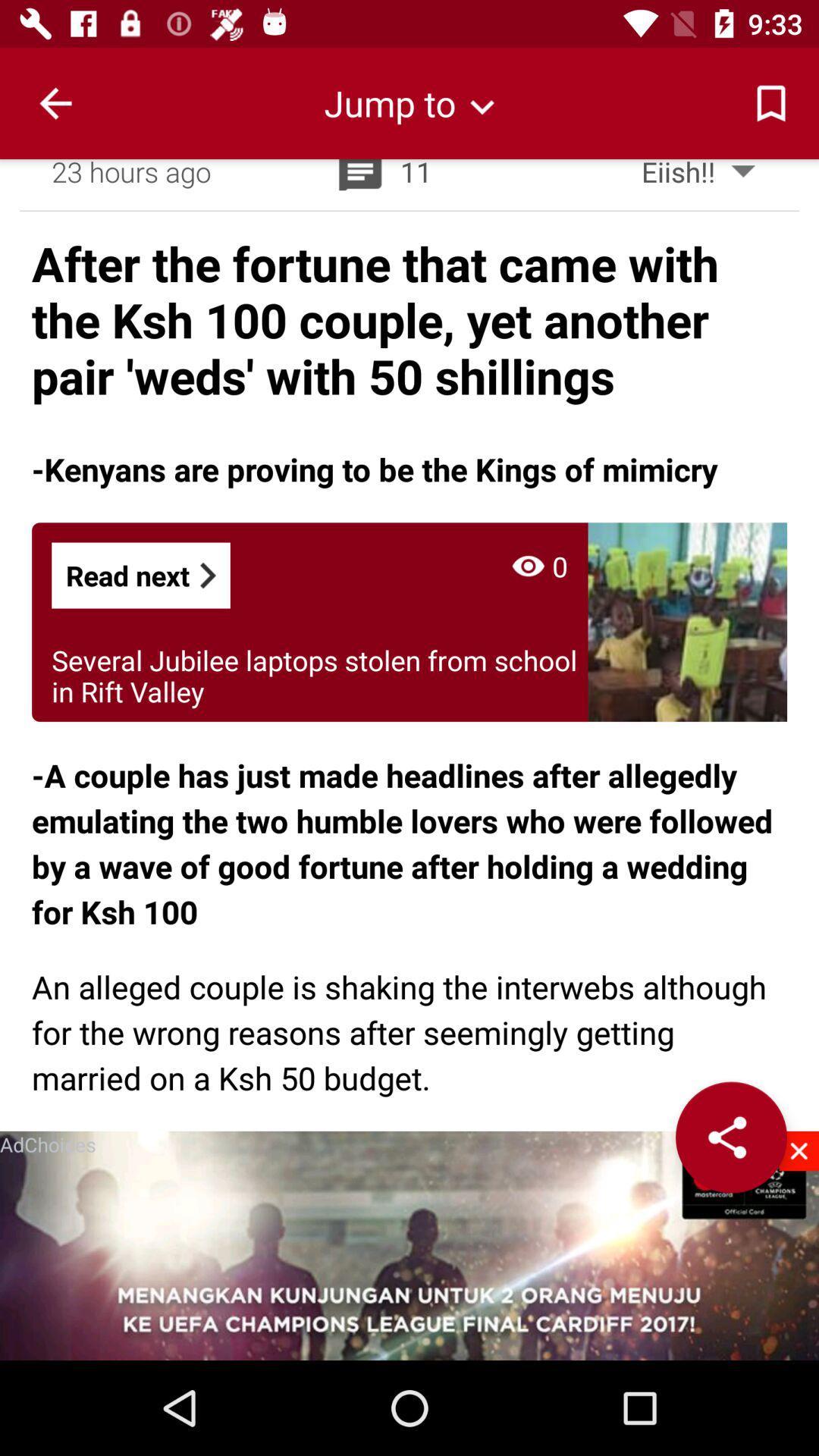 The image size is (819, 1456). Describe the element at coordinates (771, 102) in the screenshot. I see `icon above eiish!! app` at that location.